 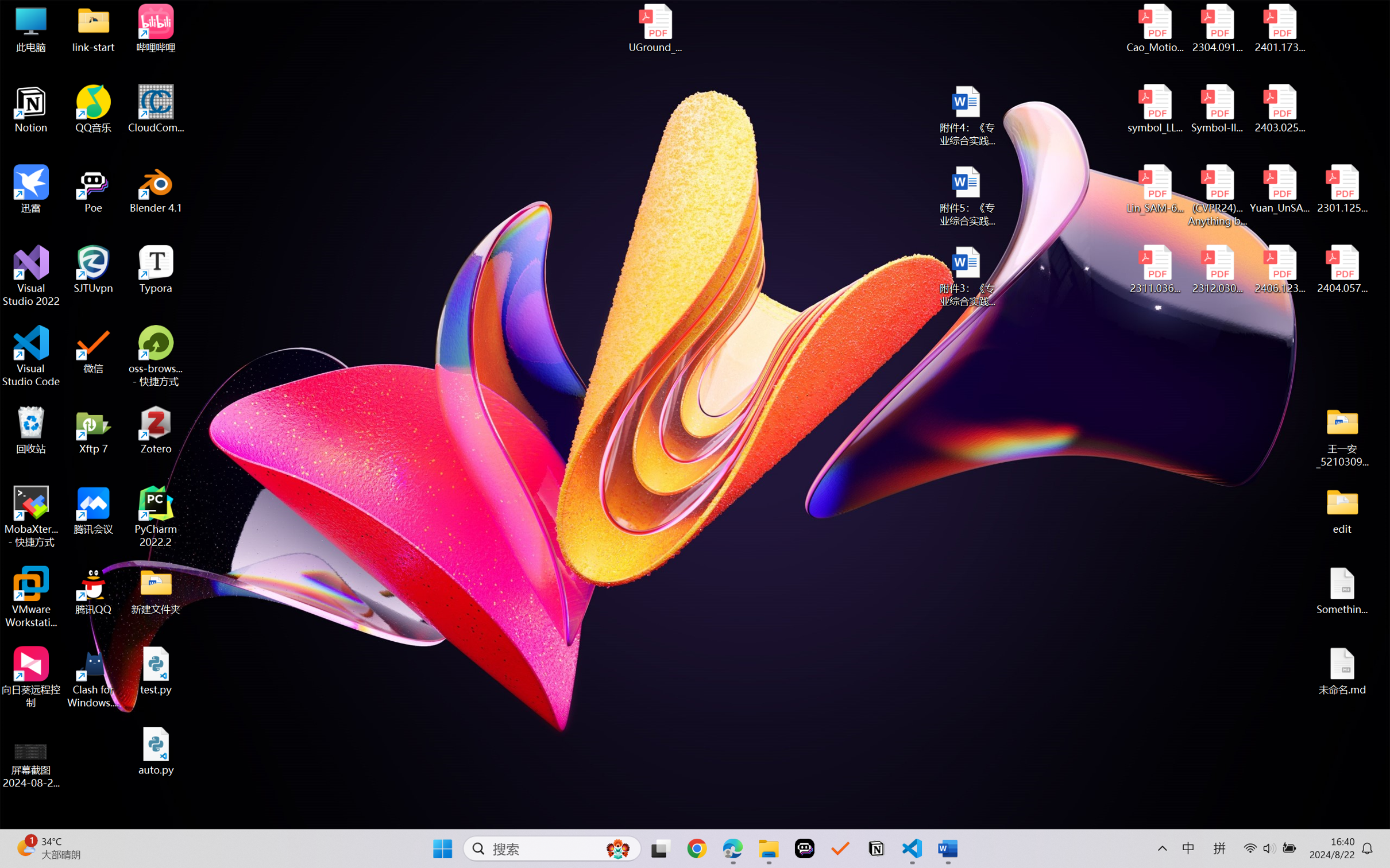 What do you see at coordinates (1217, 28) in the screenshot?
I see `'2304.09121v3.pdf'` at bounding box center [1217, 28].